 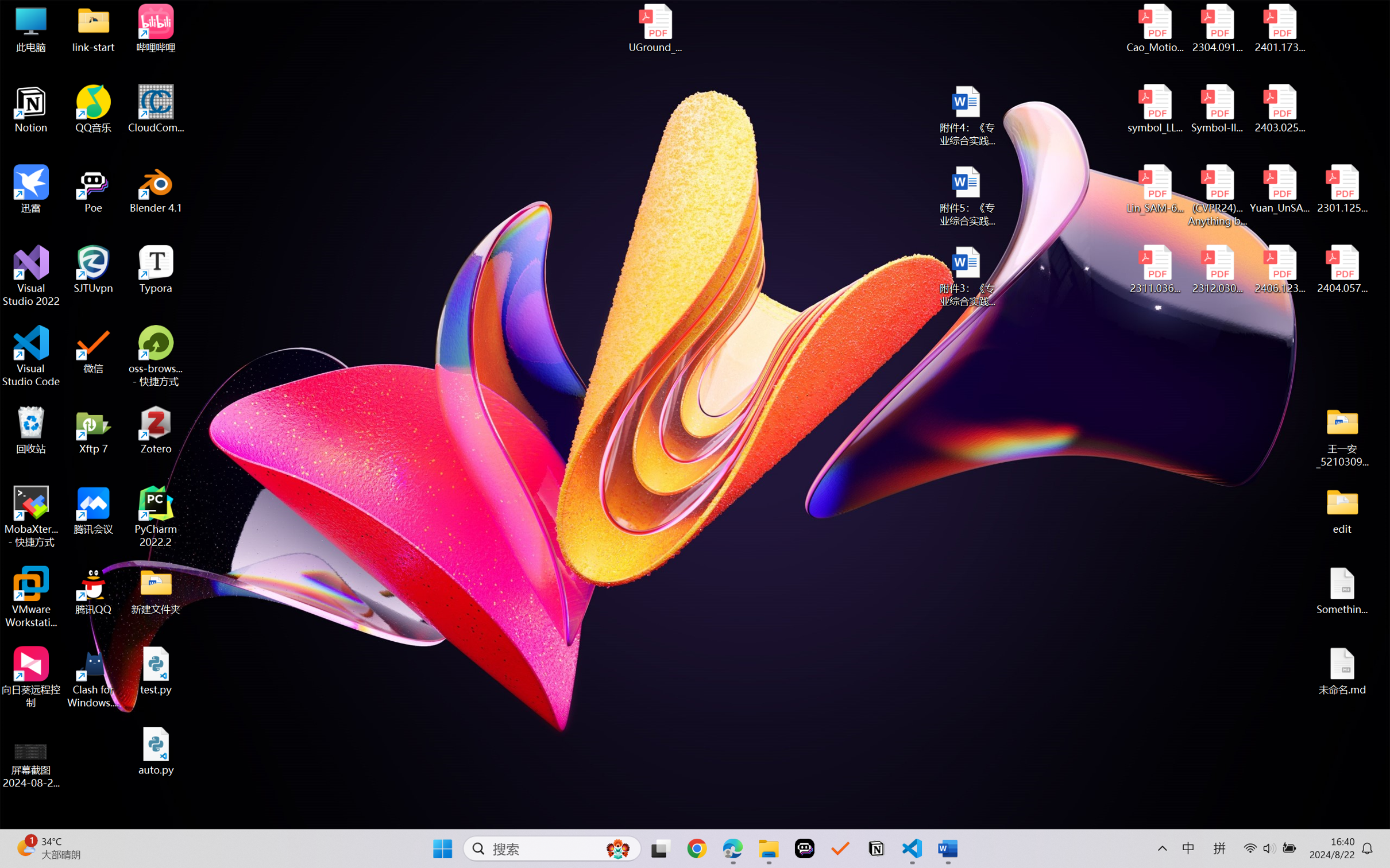 What do you see at coordinates (1217, 28) in the screenshot?
I see `'2304.09121v3.pdf'` at bounding box center [1217, 28].